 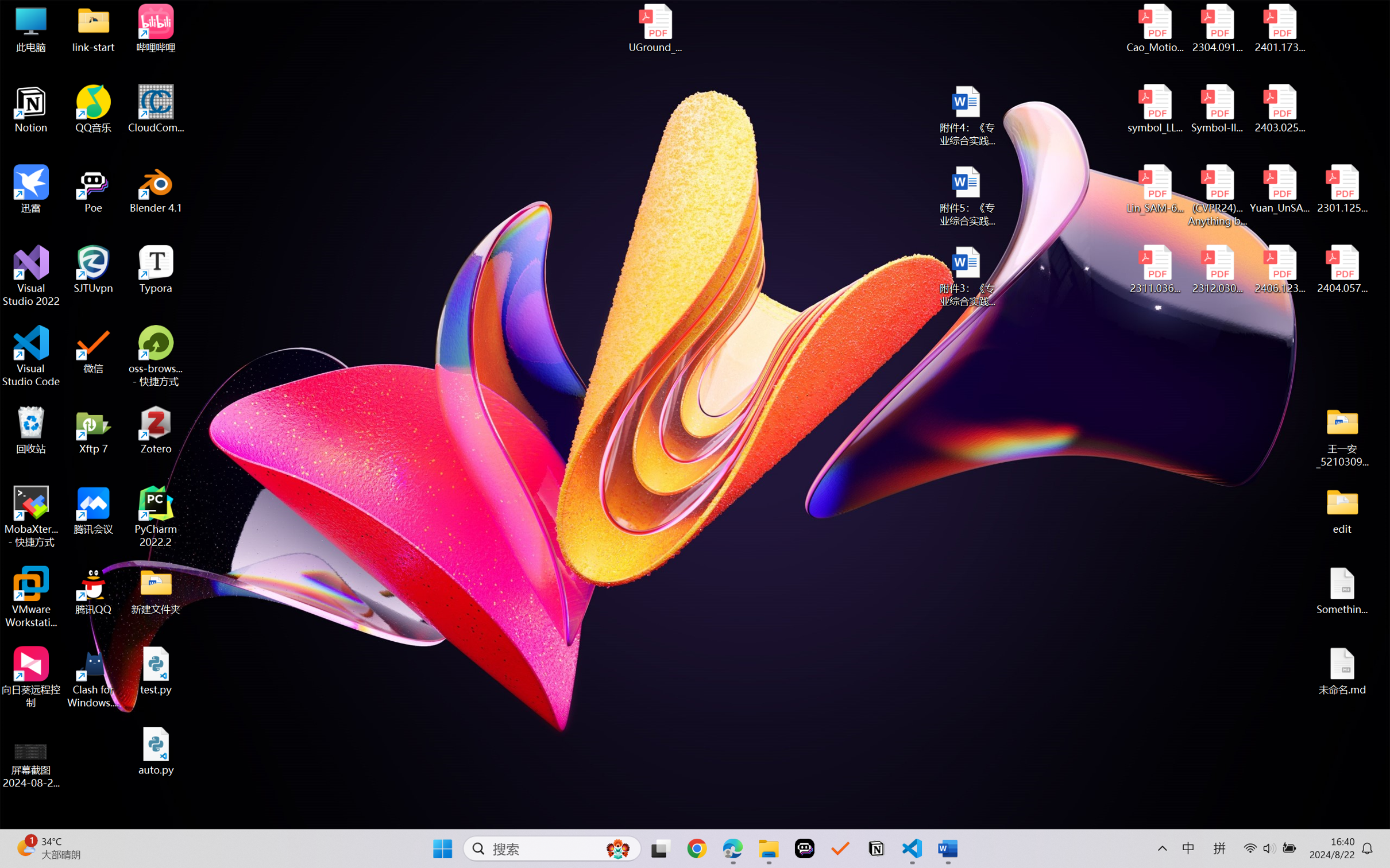 What do you see at coordinates (1217, 28) in the screenshot?
I see `'2304.09121v3.pdf'` at bounding box center [1217, 28].